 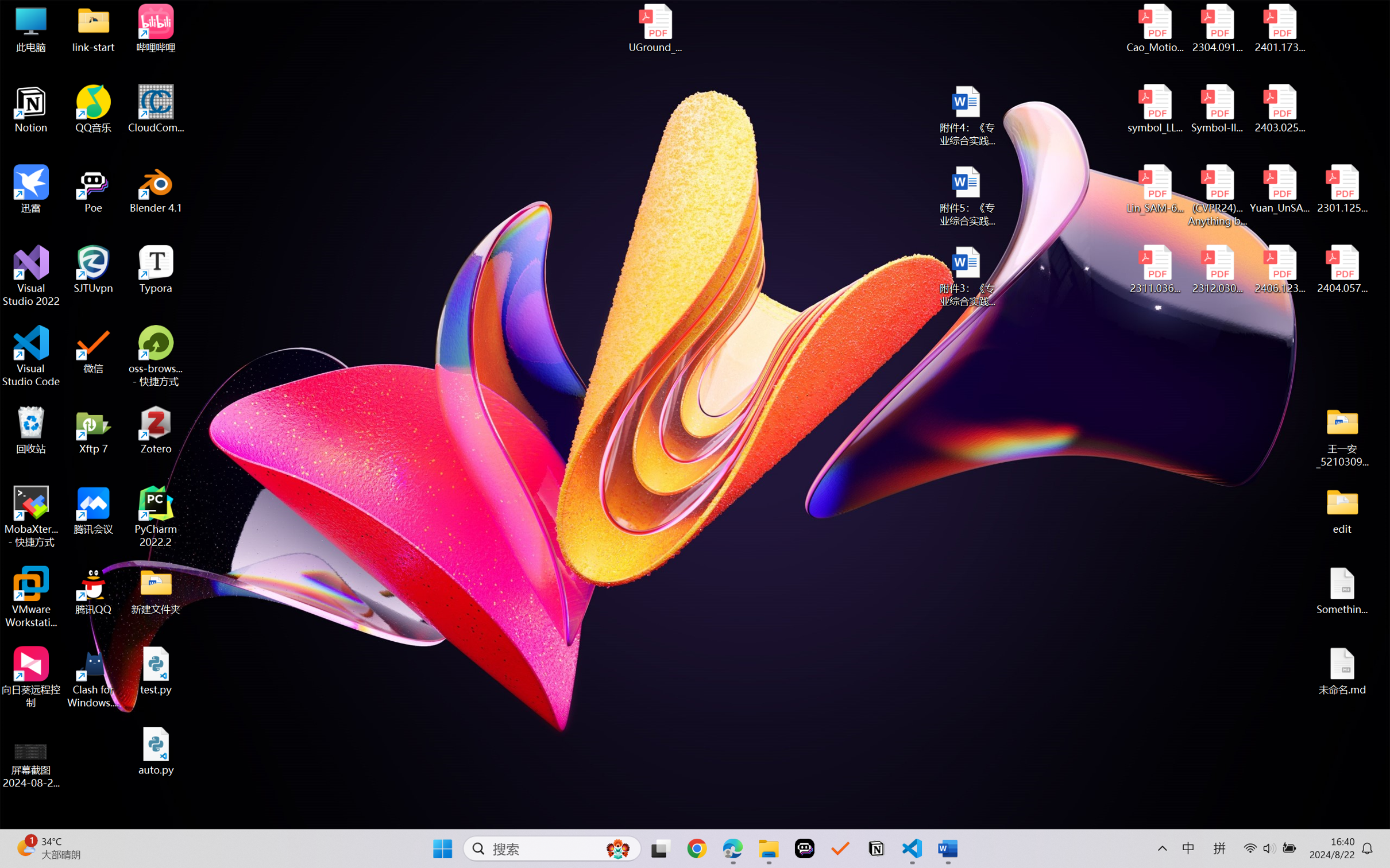 What do you see at coordinates (1217, 28) in the screenshot?
I see `'2304.09121v3.pdf'` at bounding box center [1217, 28].